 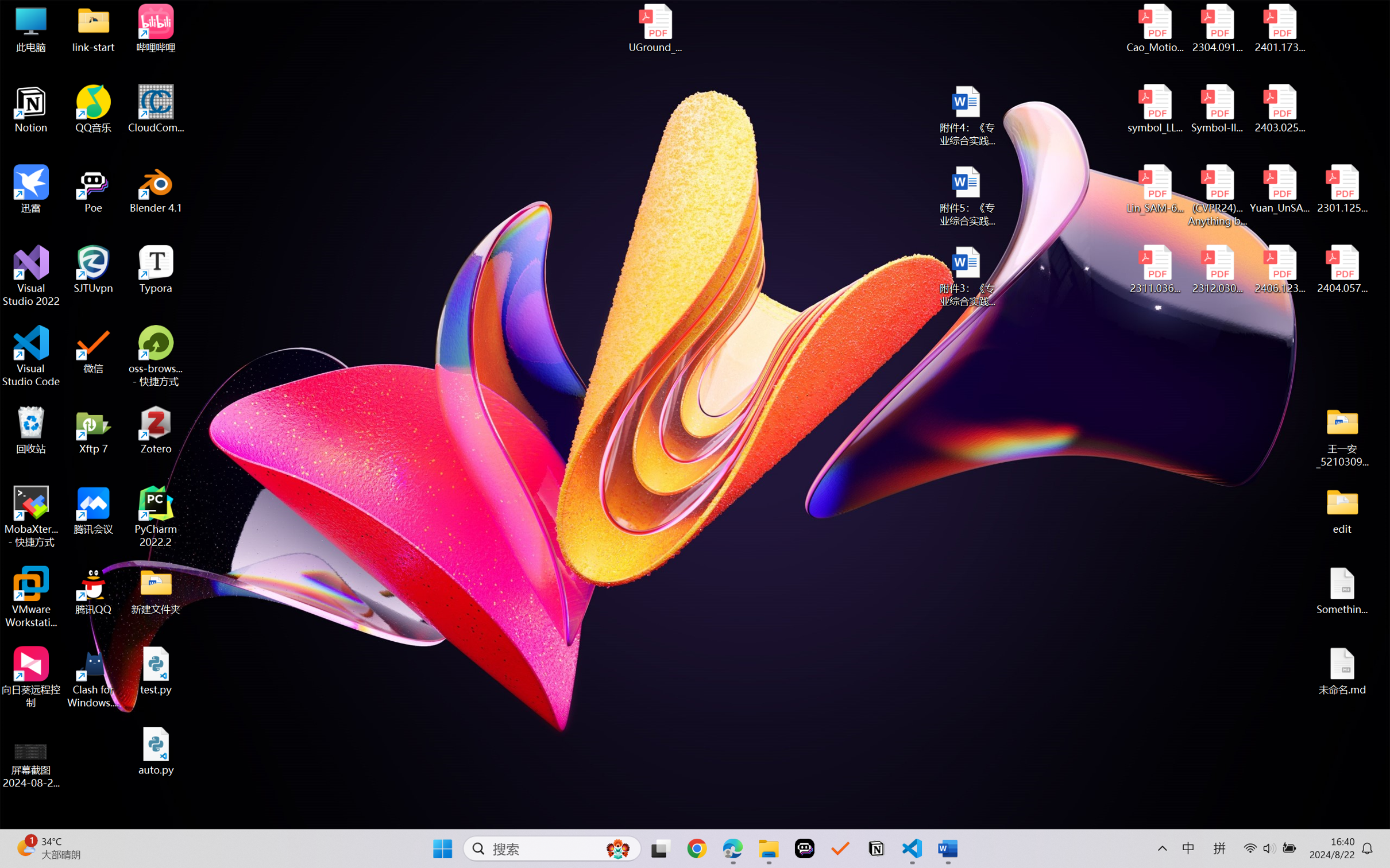 What do you see at coordinates (1217, 28) in the screenshot?
I see `'2304.09121v3.pdf'` at bounding box center [1217, 28].